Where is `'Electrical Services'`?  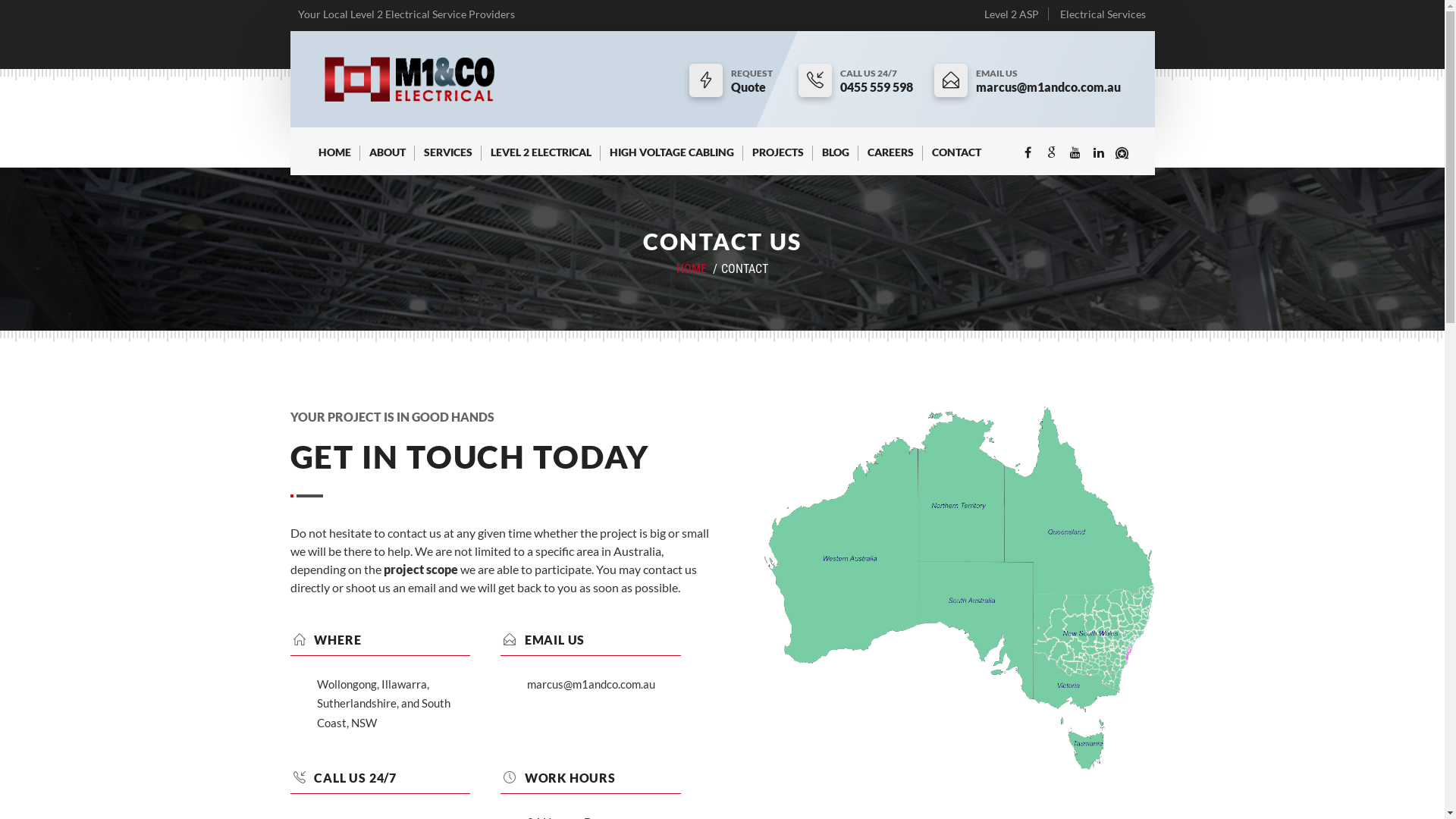 'Electrical Services' is located at coordinates (1103, 14).